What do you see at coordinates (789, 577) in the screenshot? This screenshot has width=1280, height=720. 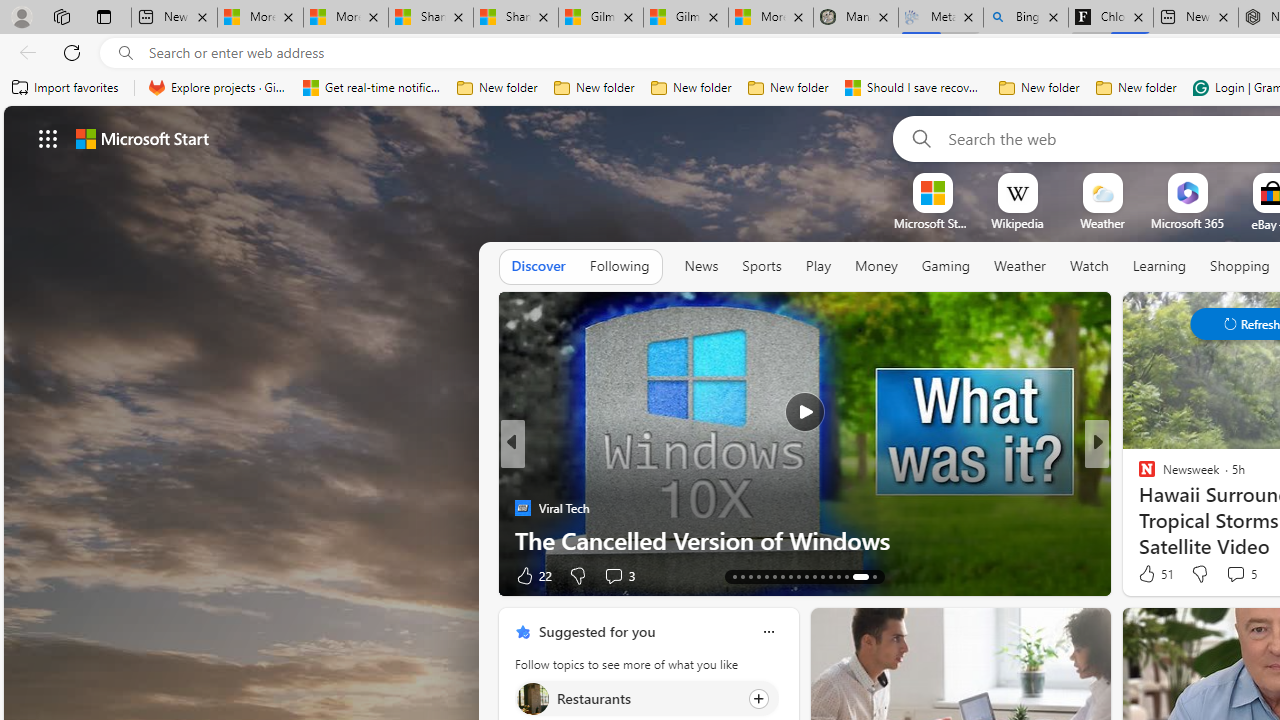 I see `'AutomationID: tab-24'` at bounding box center [789, 577].